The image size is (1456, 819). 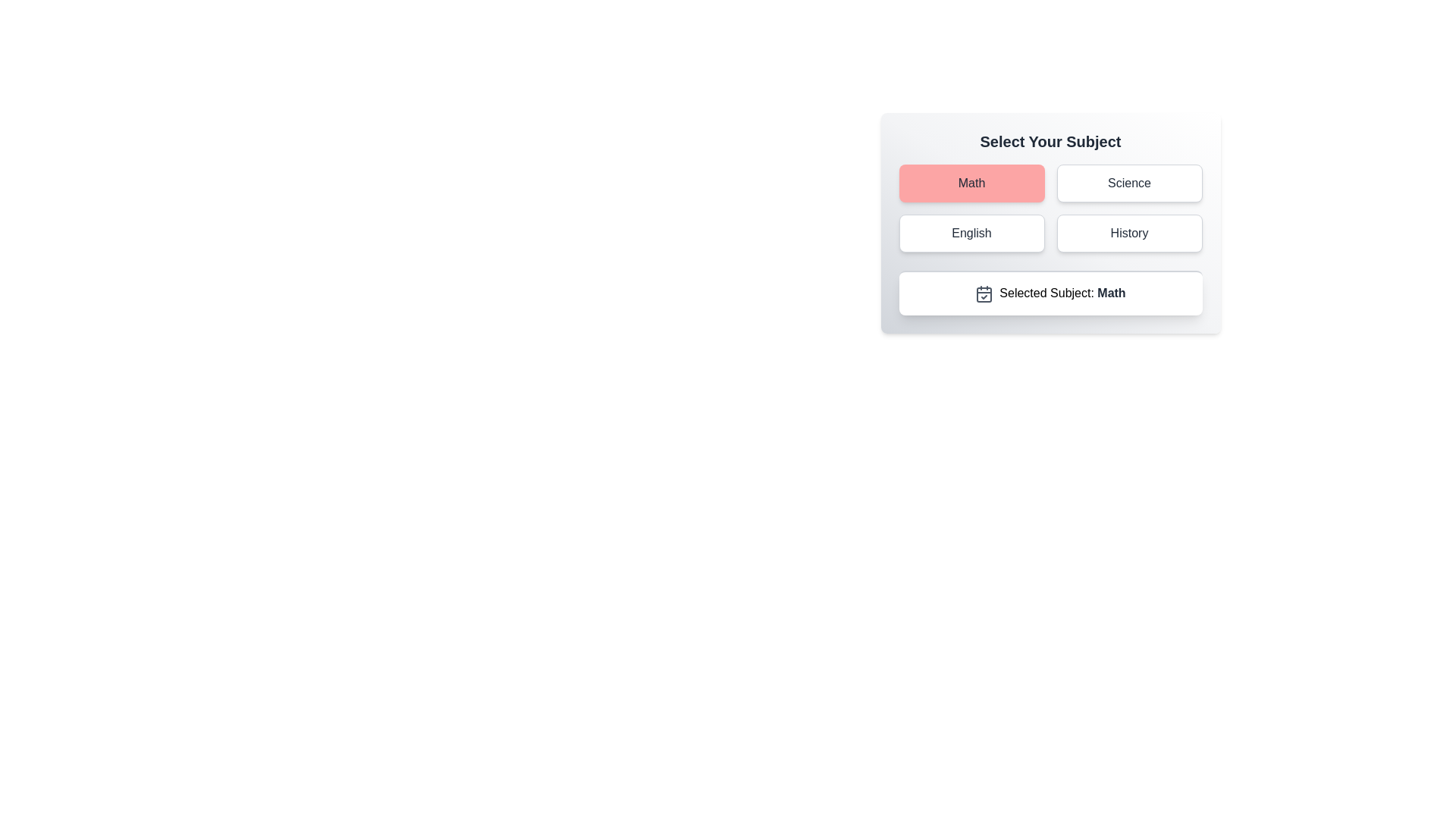 What do you see at coordinates (1129, 234) in the screenshot?
I see `the 'History' button, which is a rectangular button with rounded corners and a dark gray label` at bounding box center [1129, 234].